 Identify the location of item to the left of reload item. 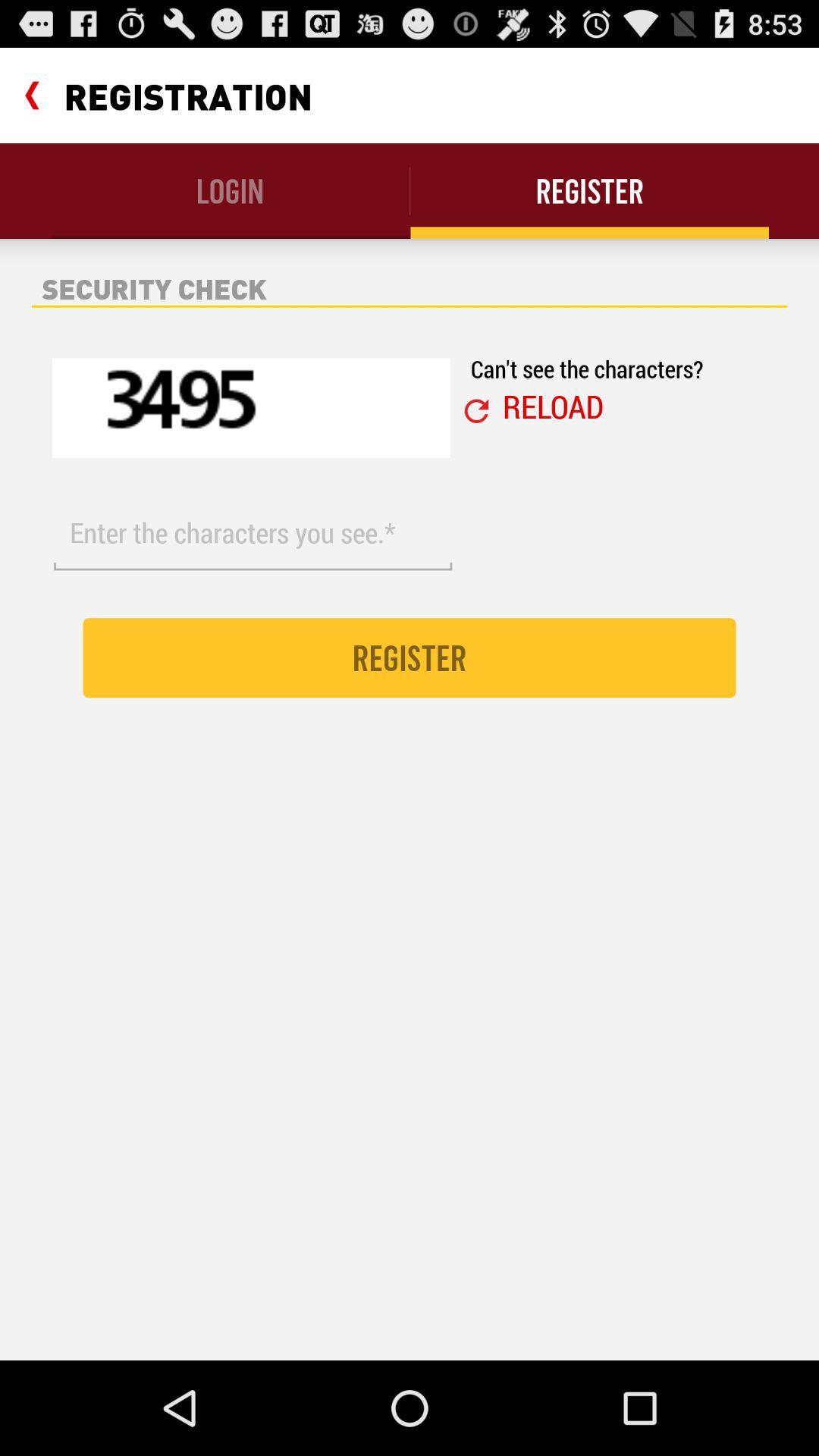
(475, 411).